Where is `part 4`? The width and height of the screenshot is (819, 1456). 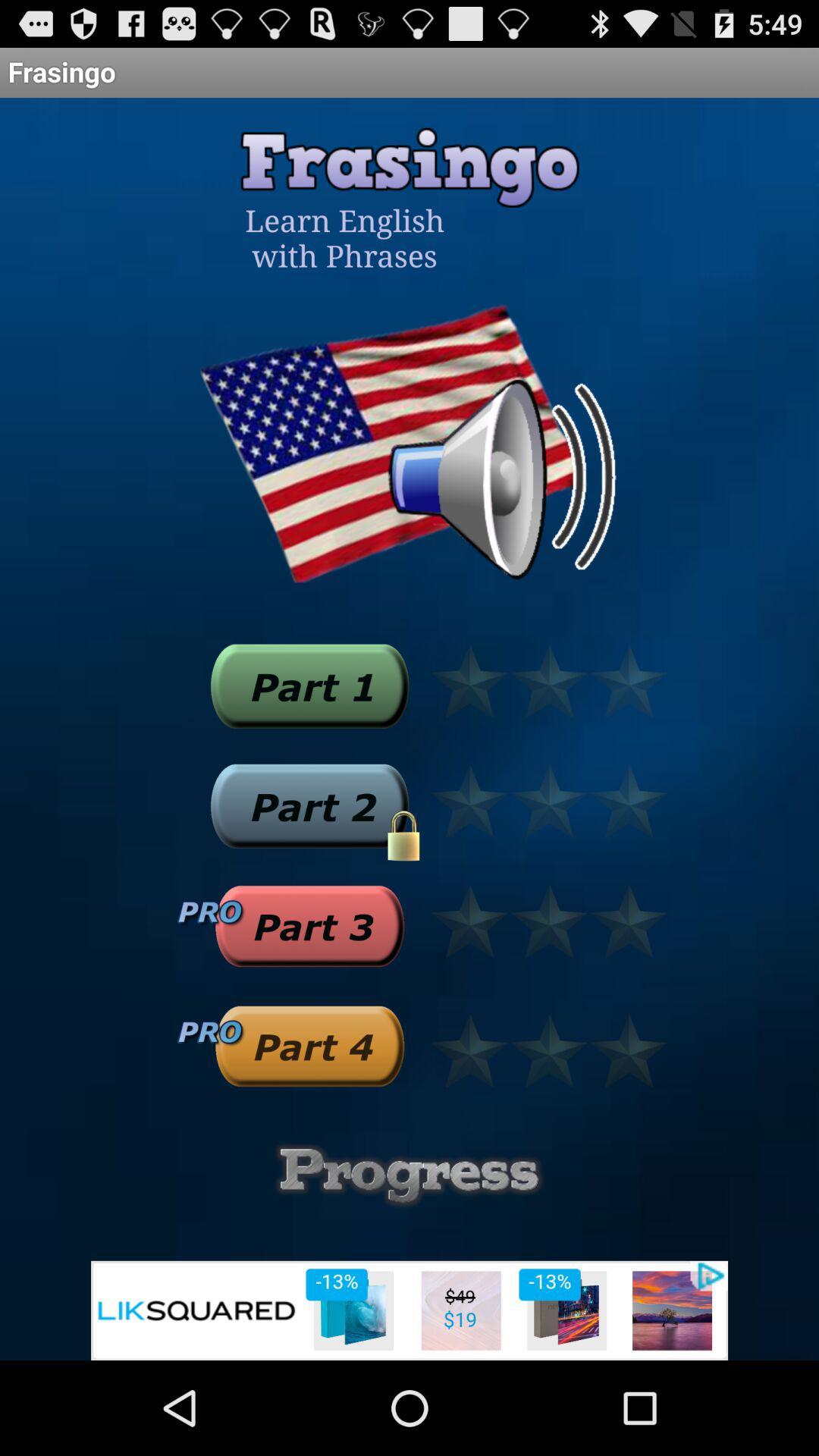 part 4 is located at coordinates (309, 1045).